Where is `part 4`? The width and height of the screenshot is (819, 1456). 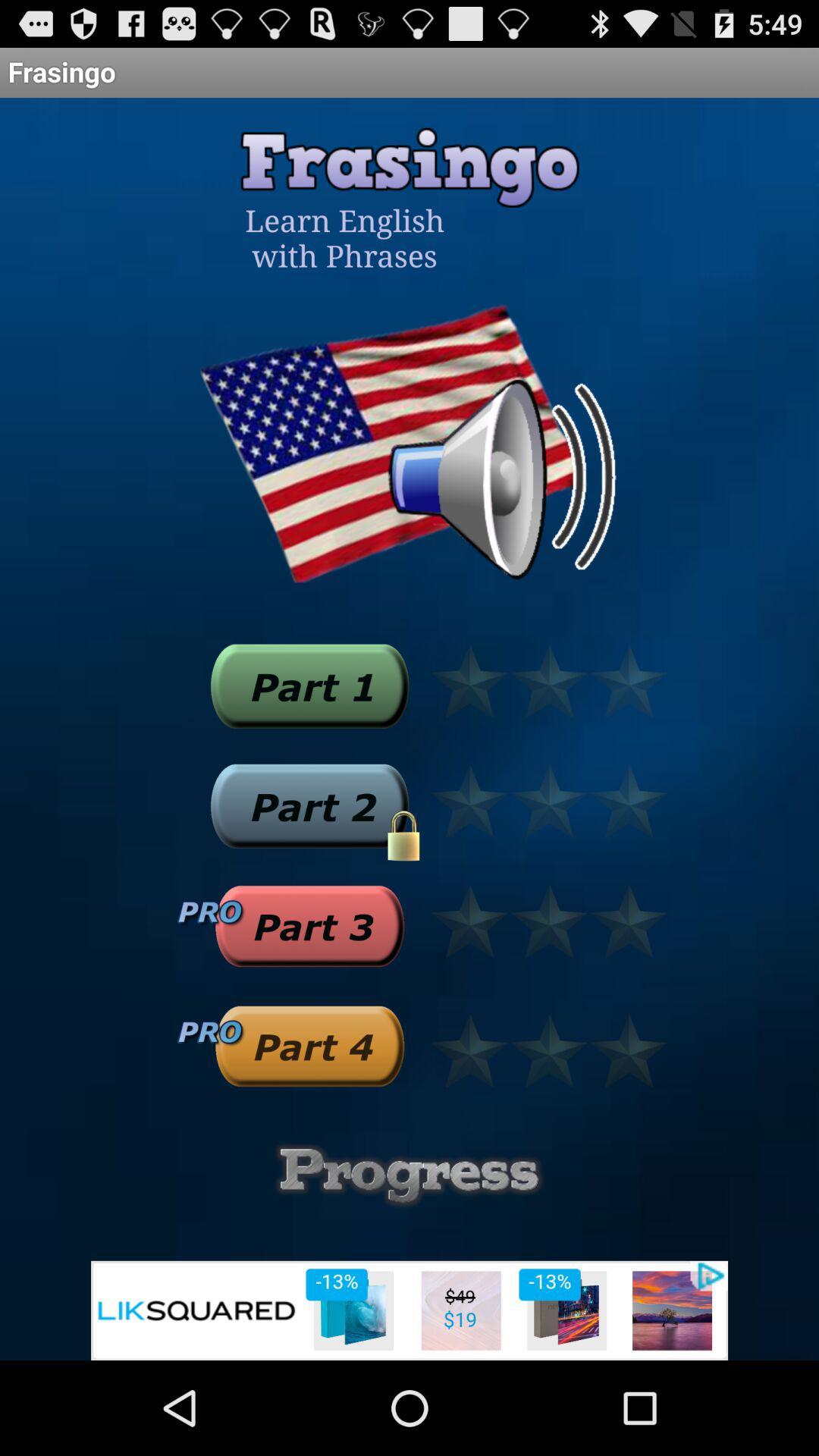 part 4 is located at coordinates (309, 1045).